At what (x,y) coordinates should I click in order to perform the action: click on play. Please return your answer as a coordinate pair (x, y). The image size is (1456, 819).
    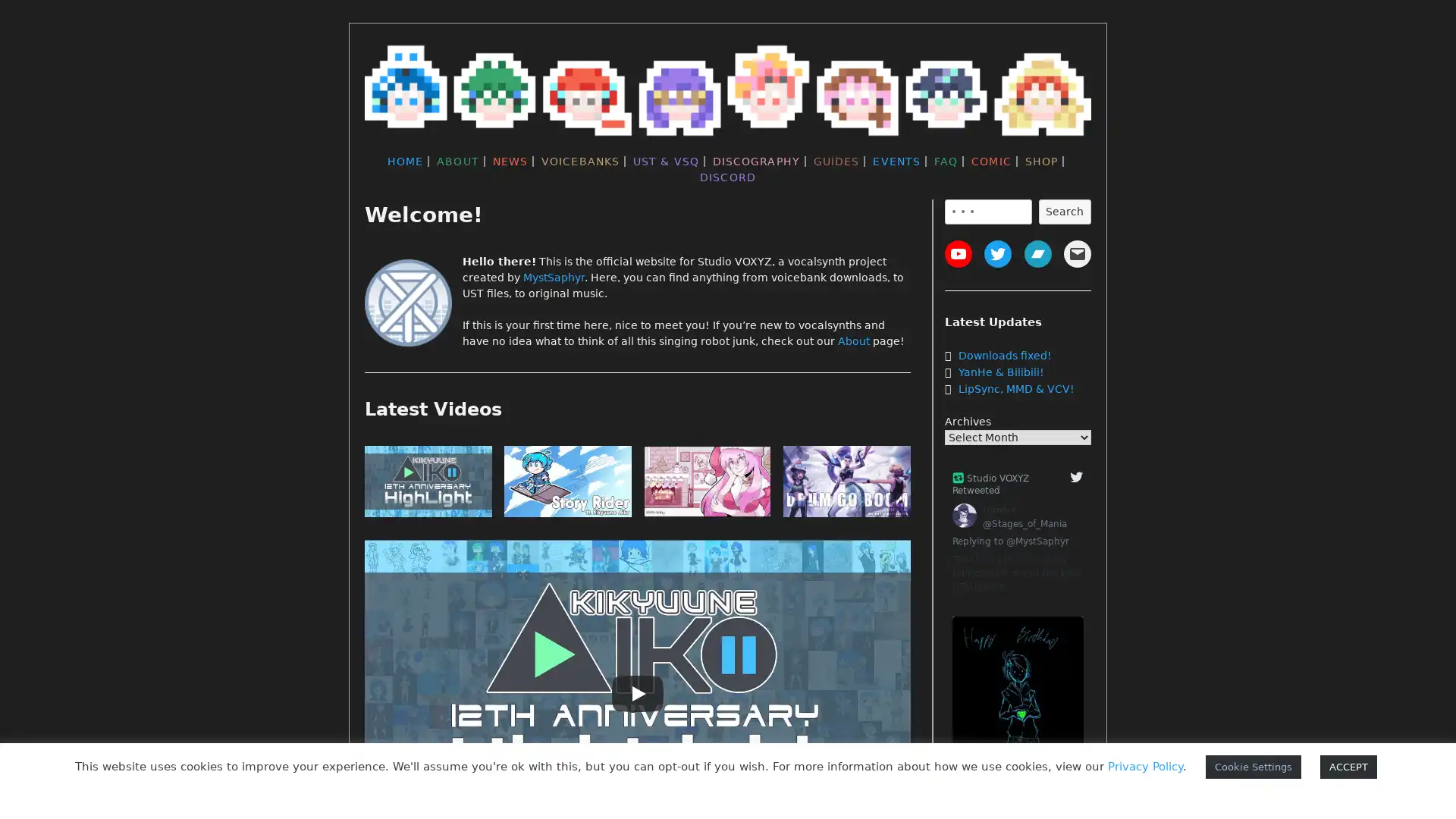
    Looking at the image, I should click on (566, 485).